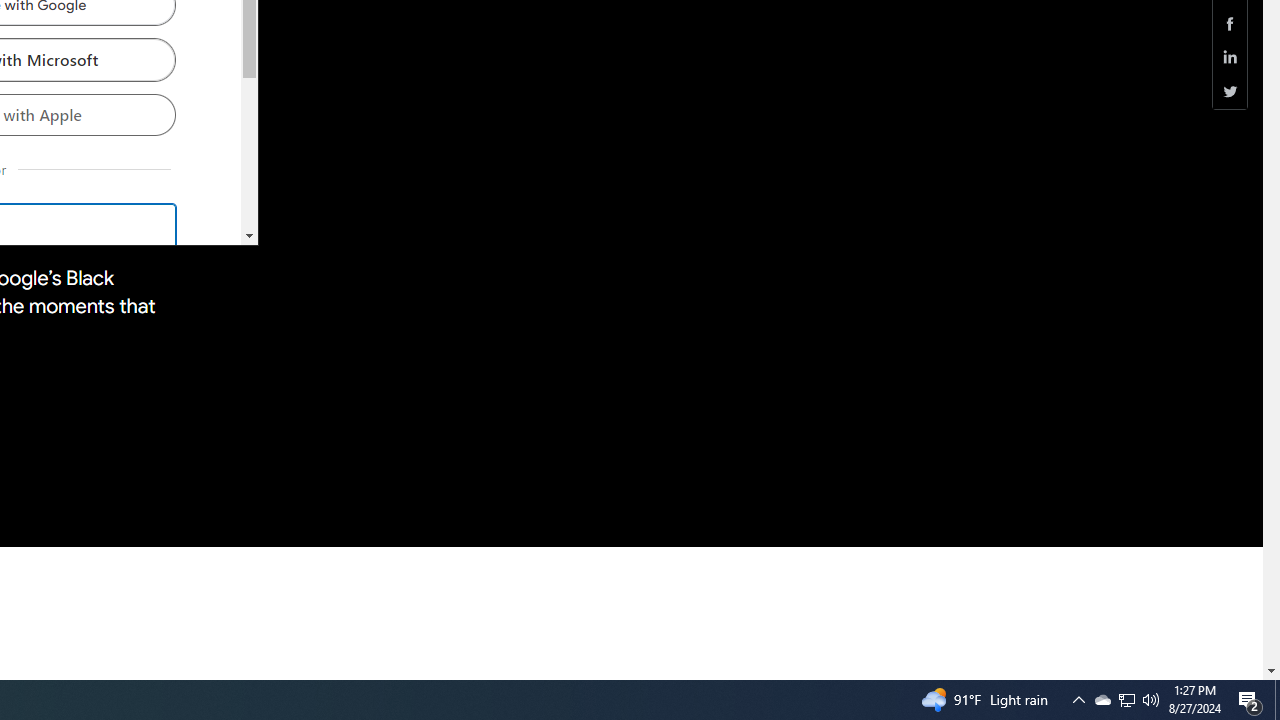 This screenshot has height=720, width=1280. Describe the element at coordinates (1078, 698) in the screenshot. I see `'Notification Chevron'` at that location.